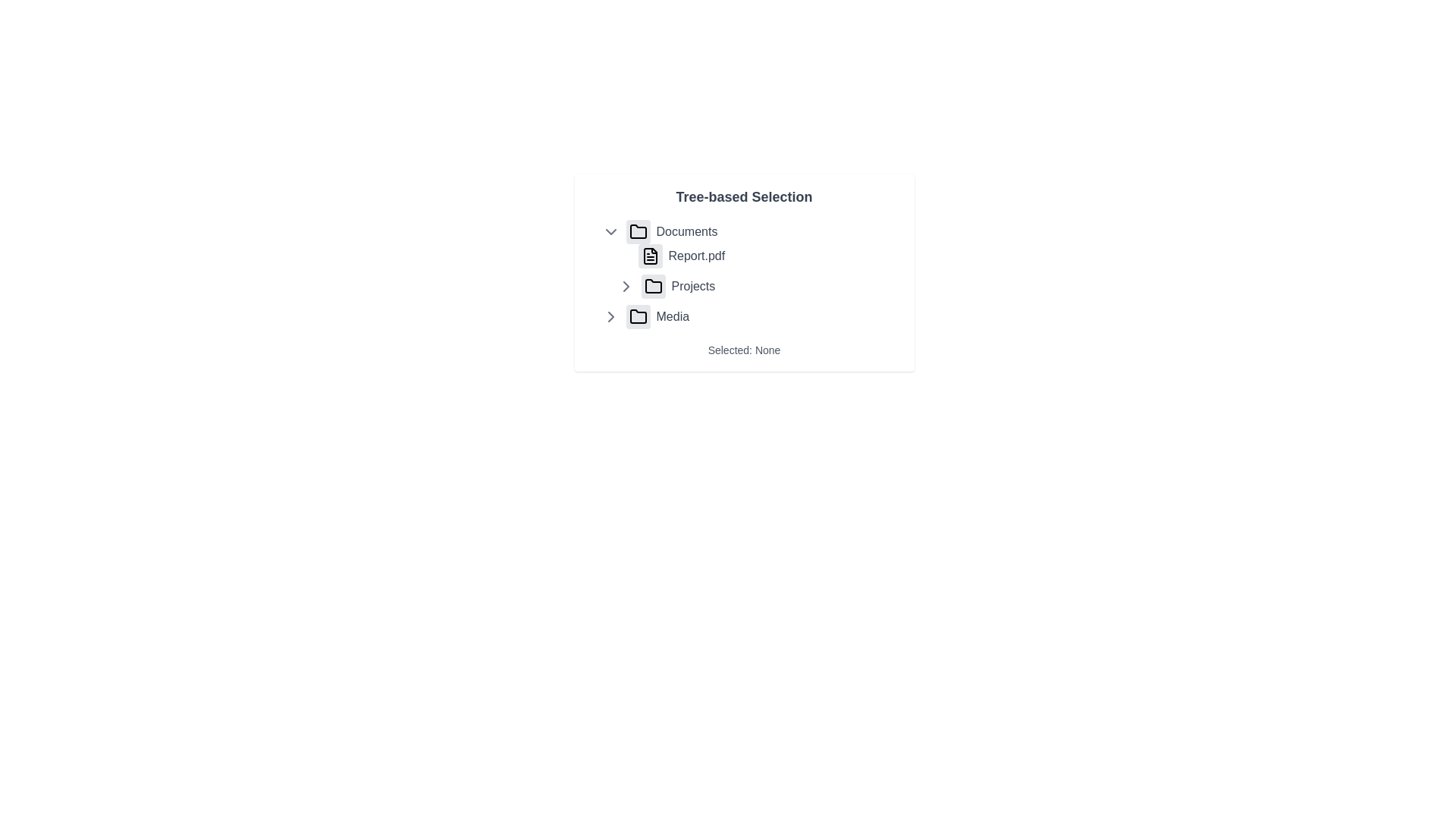 This screenshot has height=819, width=1456. I want to click on the background rectangle of the document icon next to the 'Report.pdf' label in the 'Documents' section, so click(650, 256).